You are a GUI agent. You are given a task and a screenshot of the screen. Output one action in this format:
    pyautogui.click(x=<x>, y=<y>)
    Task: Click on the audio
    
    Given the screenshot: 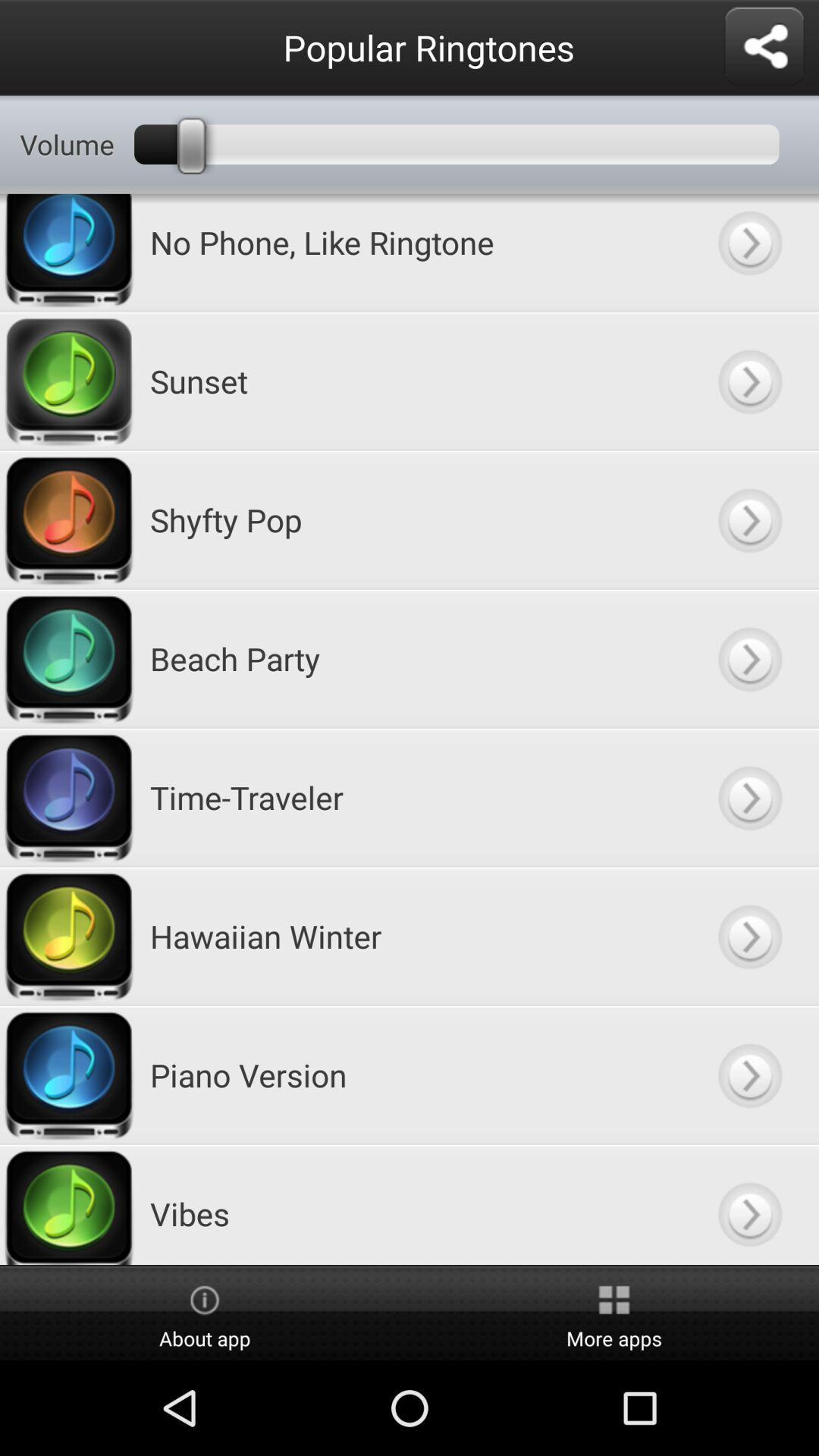 What is the action you would take?
    pyautogui.click(x=748, y=519)
    